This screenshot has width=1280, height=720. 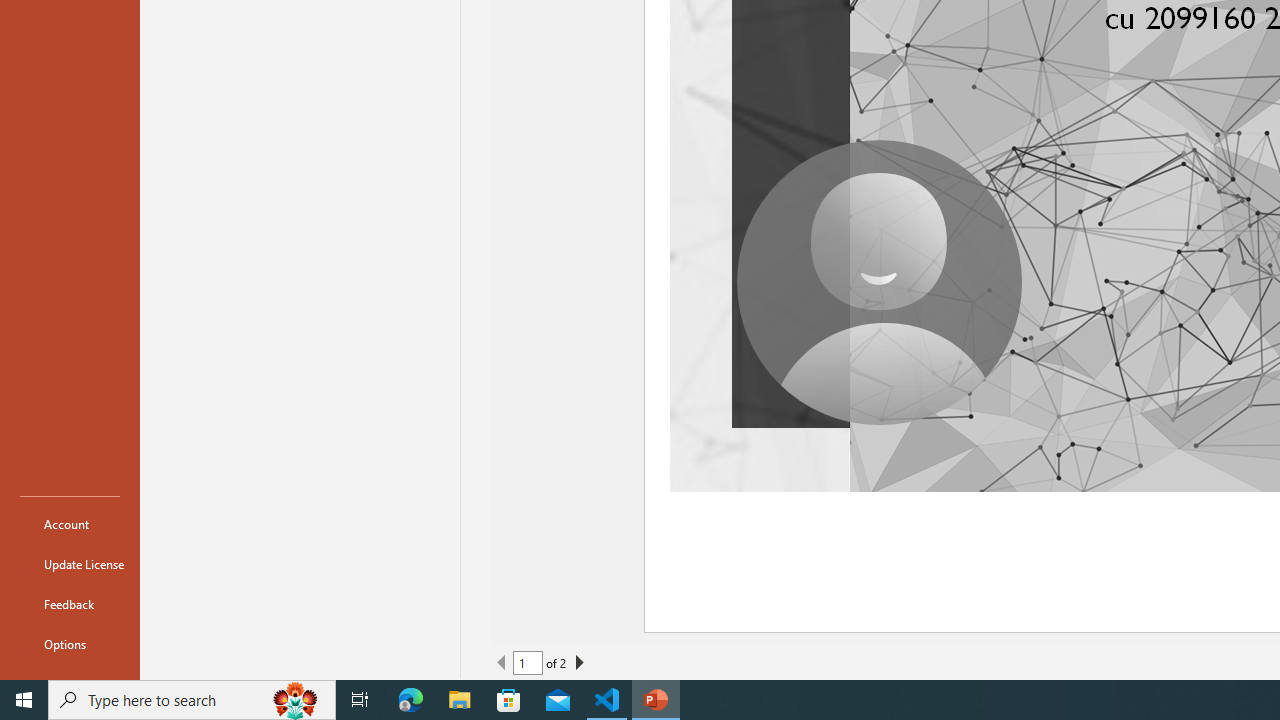 I want to click on 'Account', so click(x=69, y=523).